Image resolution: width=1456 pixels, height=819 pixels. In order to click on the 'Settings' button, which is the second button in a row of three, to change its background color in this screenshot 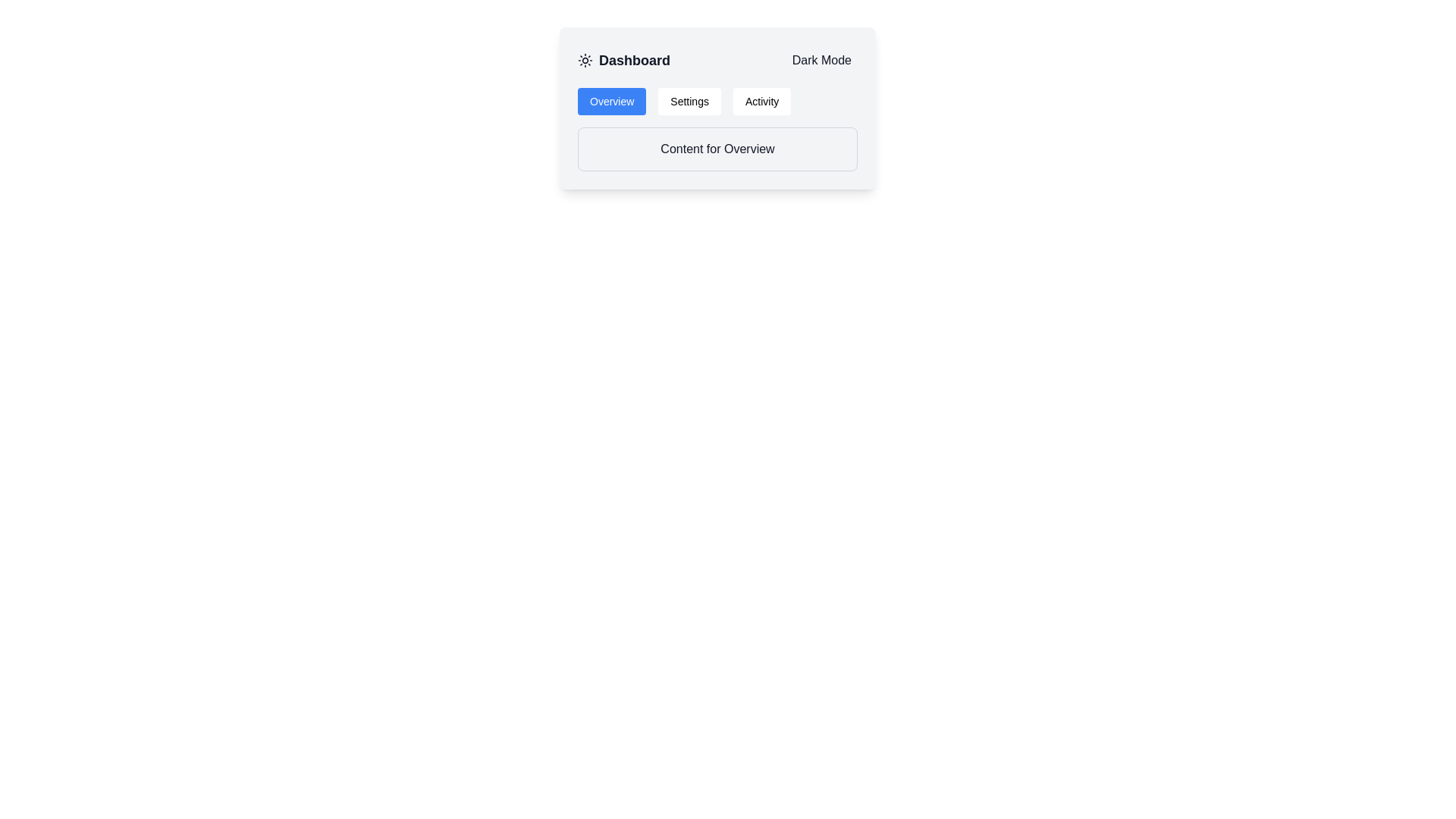, I will do `click(689, 102)`.